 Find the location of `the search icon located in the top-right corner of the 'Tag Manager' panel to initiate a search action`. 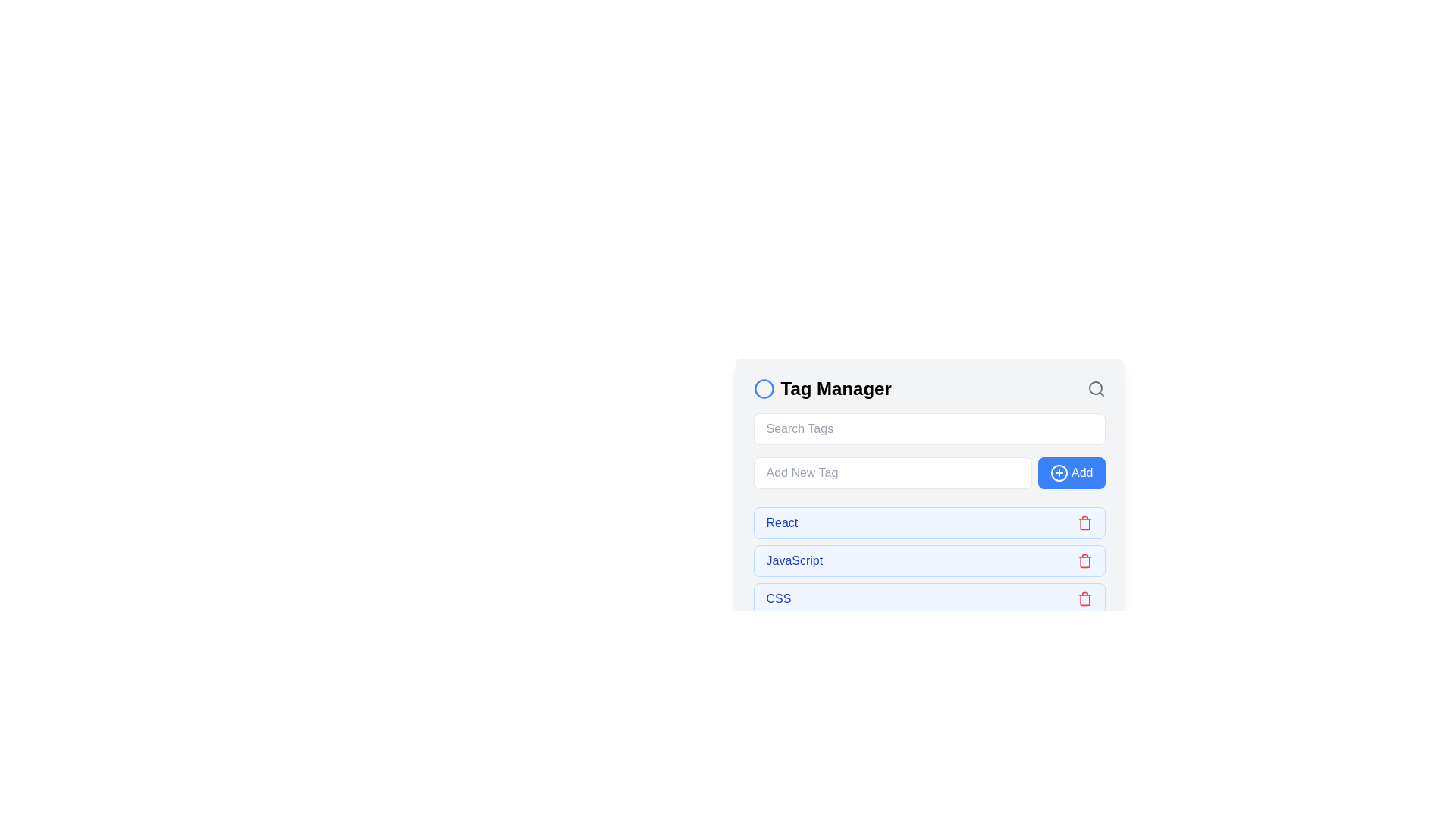

the search icon located in the top-right corner of the 'Tag Manager' panel to initiate a search action is located at coordinates (1096, 388).